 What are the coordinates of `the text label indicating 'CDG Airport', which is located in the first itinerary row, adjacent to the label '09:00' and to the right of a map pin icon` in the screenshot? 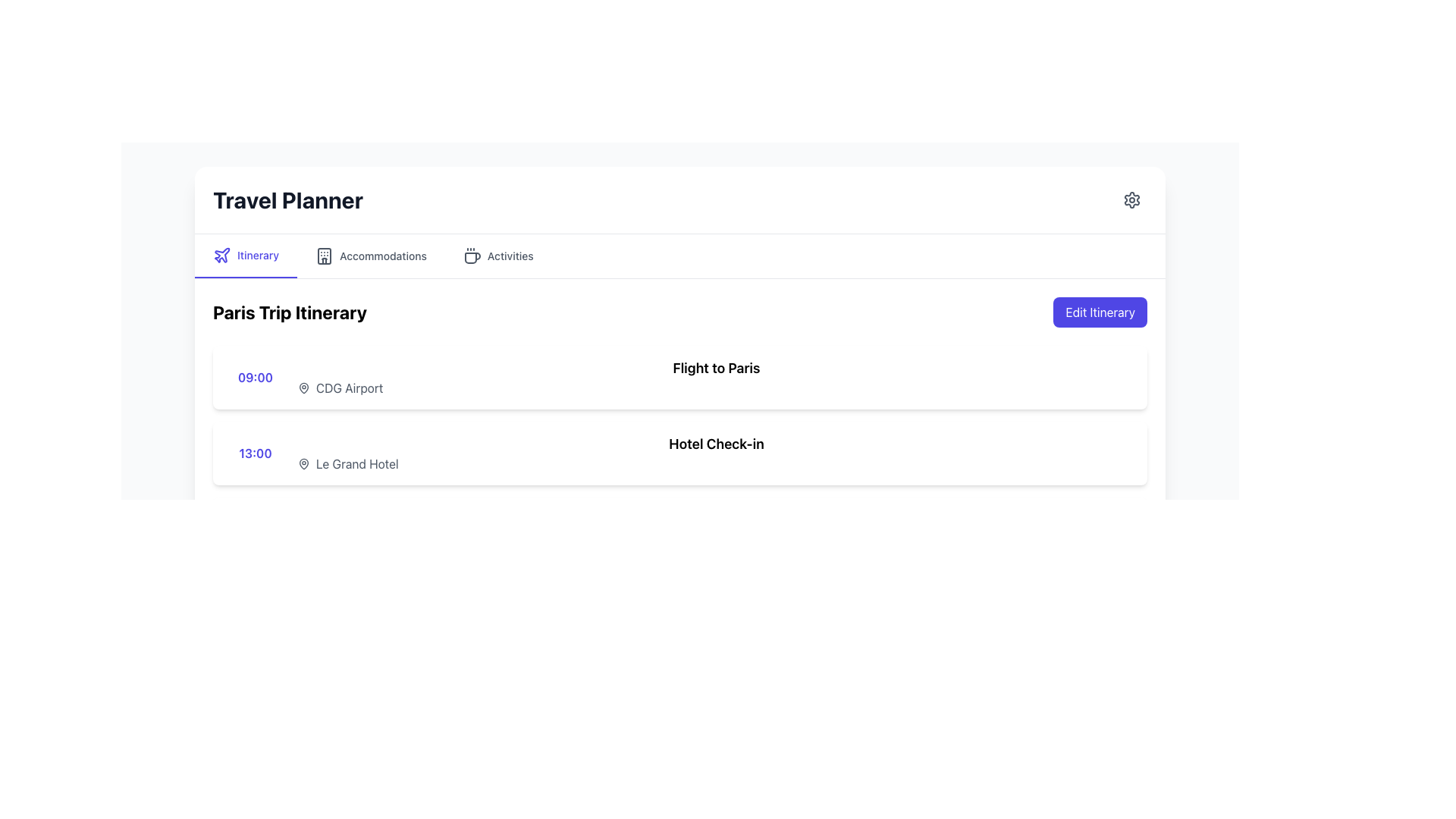 It's located at (349, 388).